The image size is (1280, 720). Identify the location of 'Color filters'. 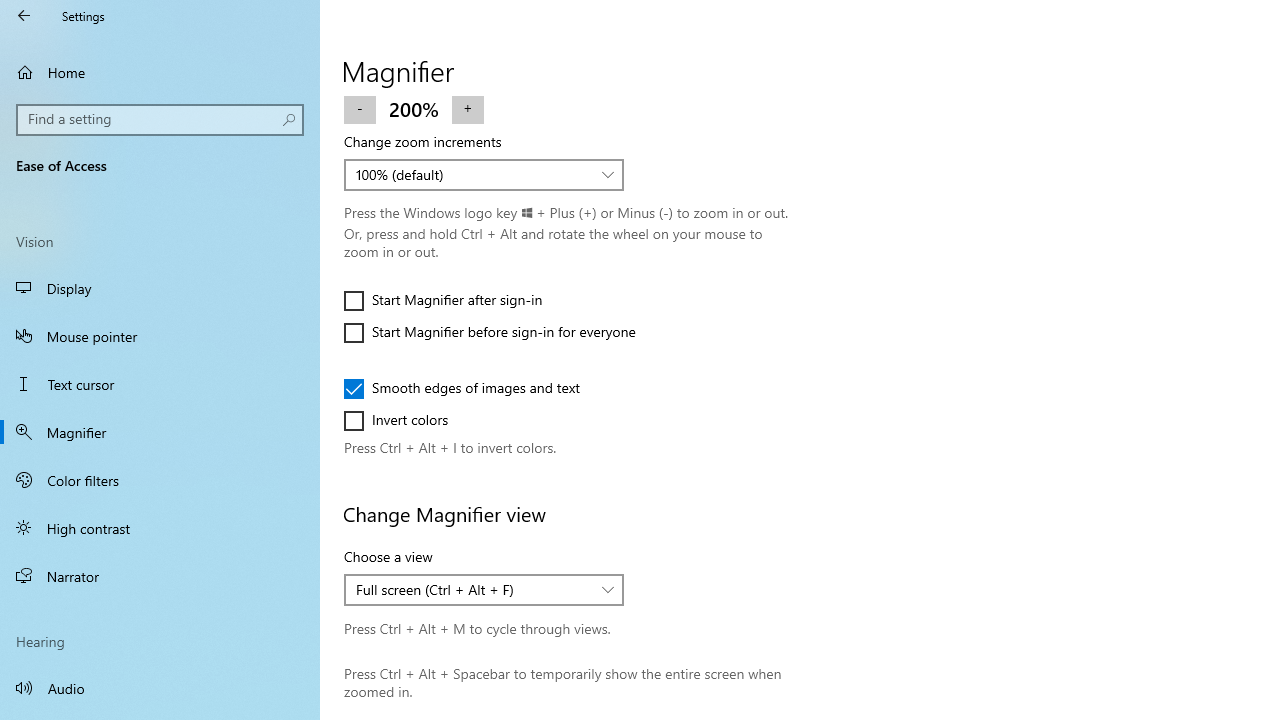
(160, 479).